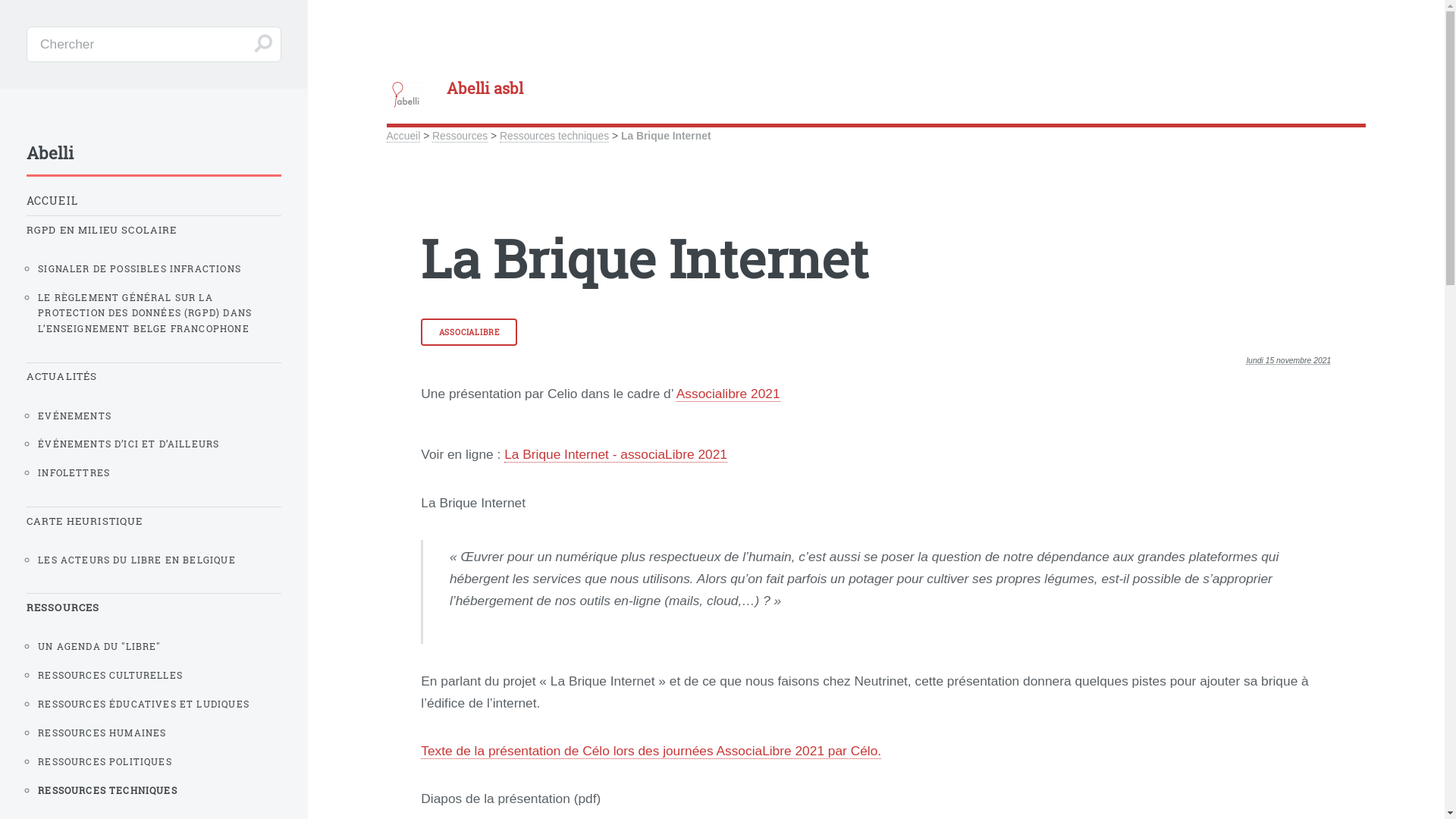 The height and width of the screenshot is (819, 1456). Describe the element at coordinates (159, 472) in the screenshot. I see `'INFOLETTRES'` at that location.